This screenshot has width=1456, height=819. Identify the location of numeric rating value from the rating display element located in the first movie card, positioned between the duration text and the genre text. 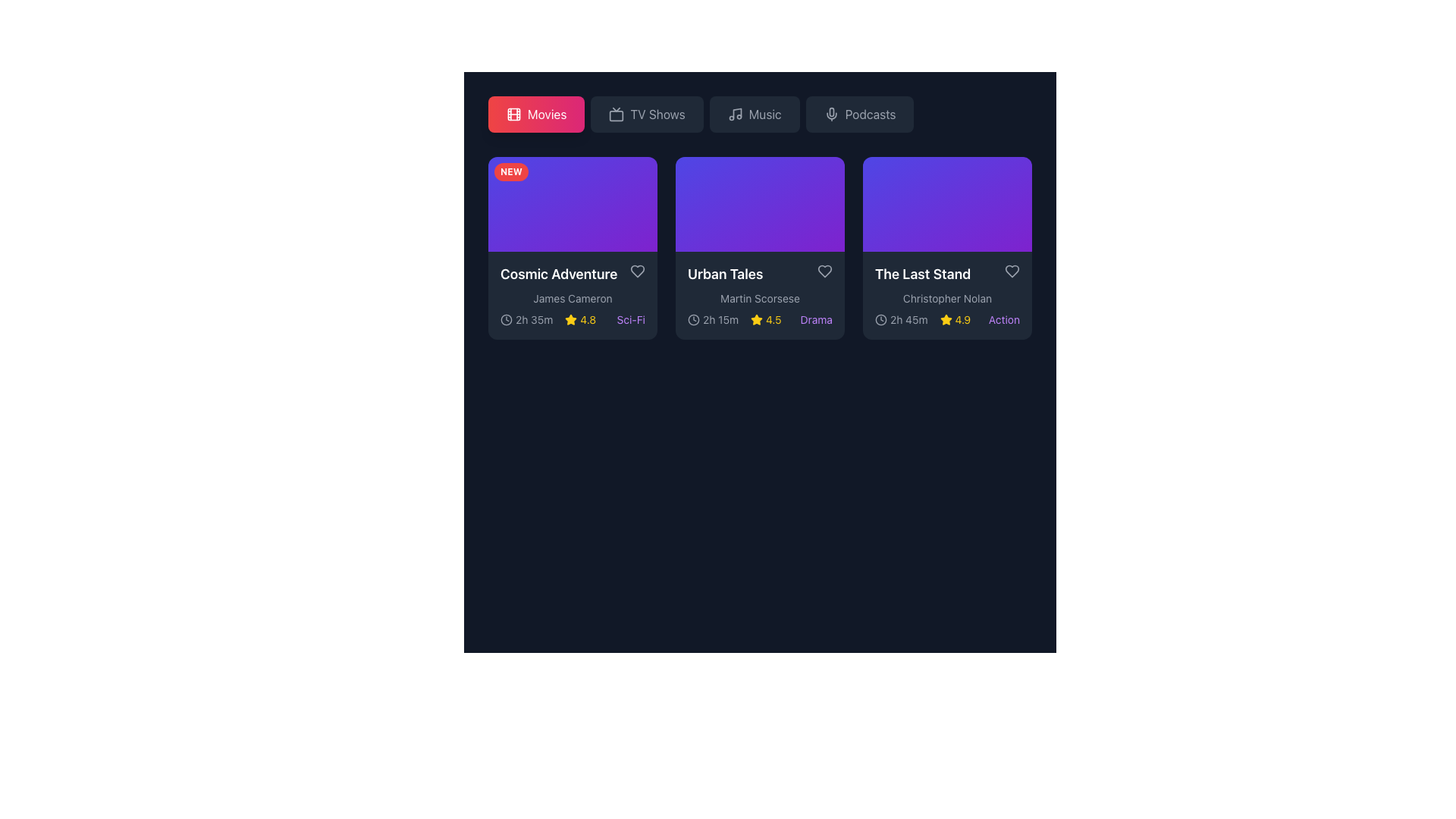
(579, 319).